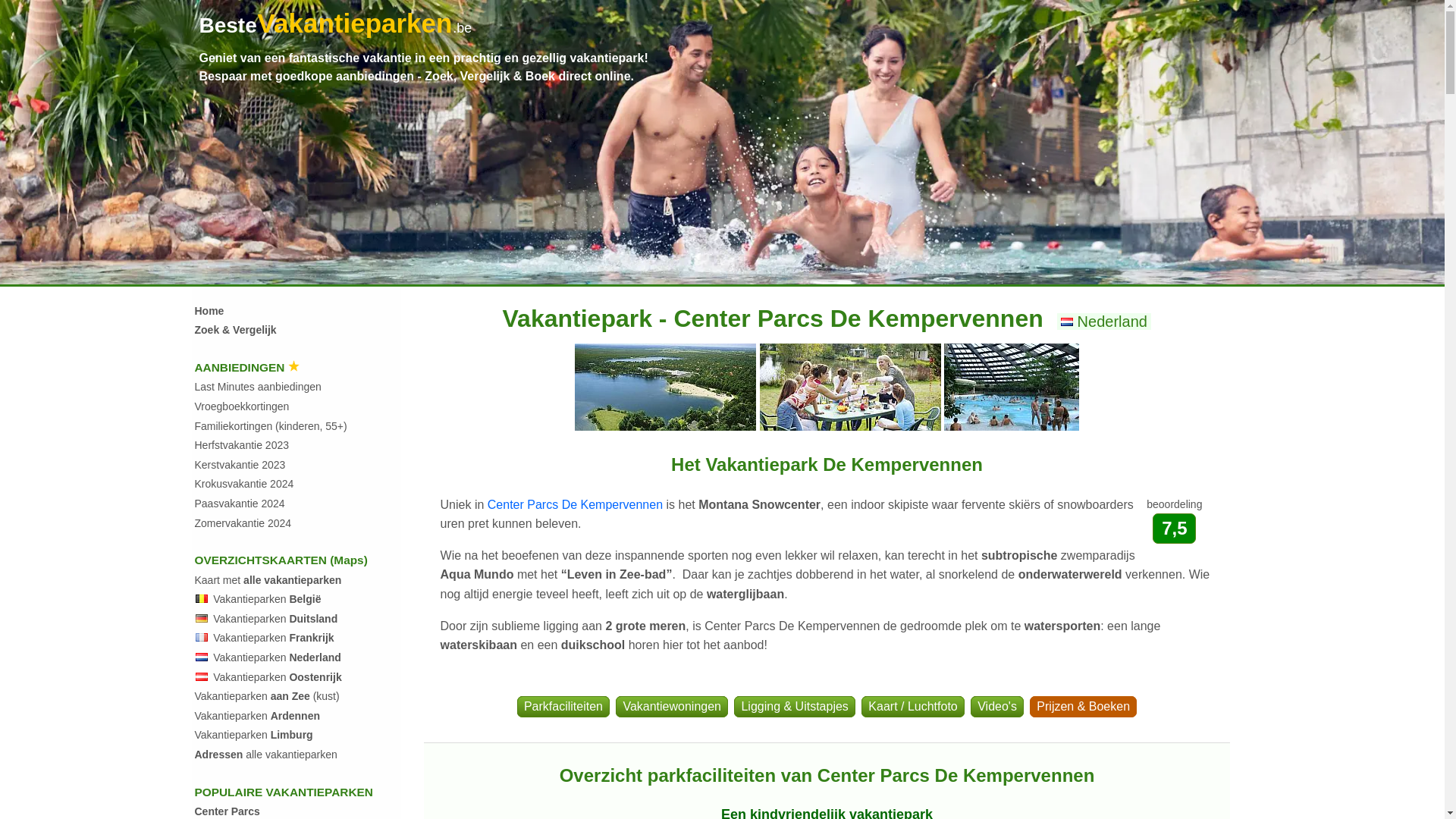 The height and width of the screenshot is (819, 1456). I want to click on 'Adressen alle vakantieparken', so click(265, 755).